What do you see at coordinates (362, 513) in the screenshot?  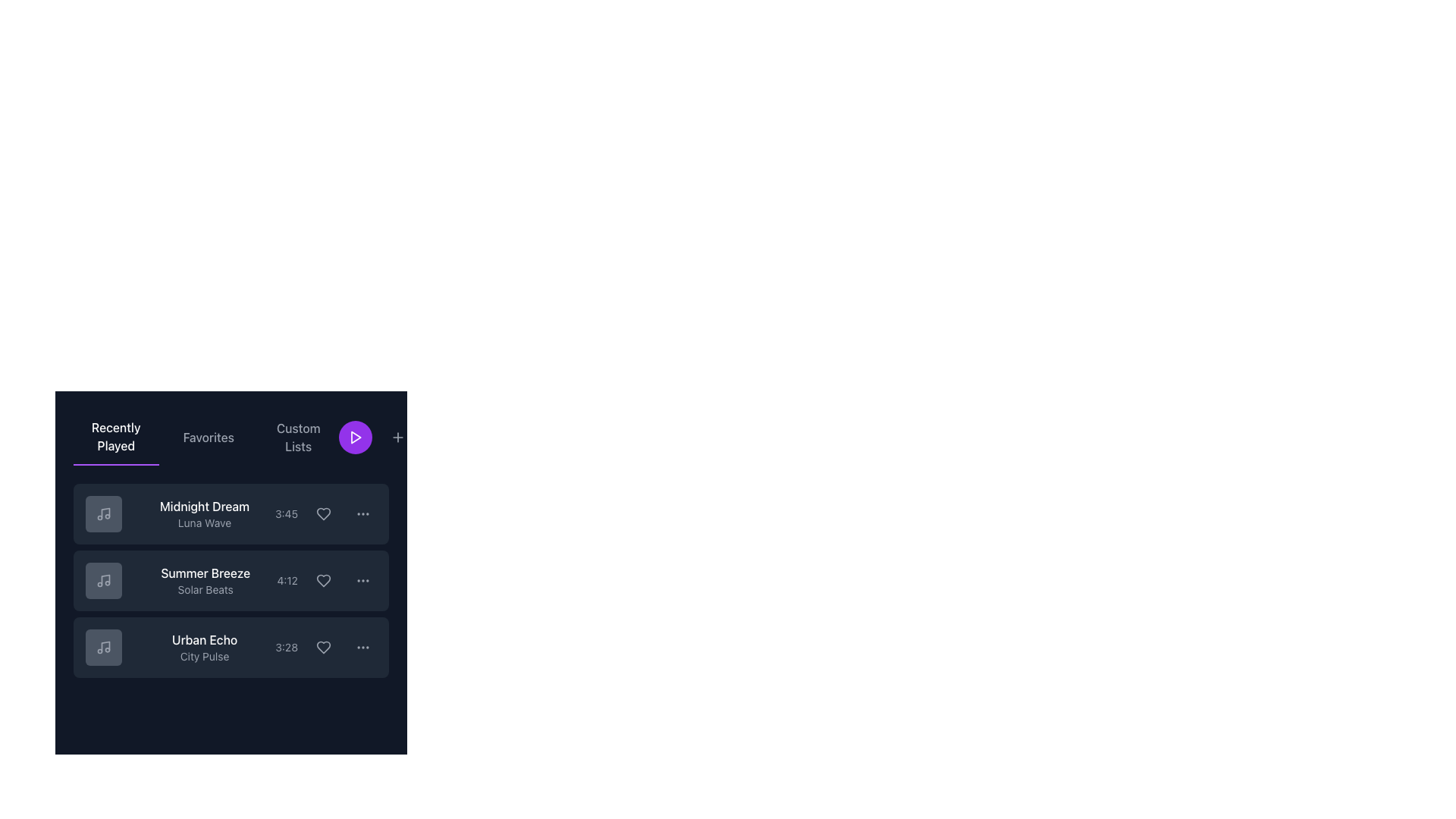 I see `the menu trigger button located to the right of the heart-shaped icon in the row containing '3:45' and the title 'Midnight Dream'` at bounding box center [362, 513].